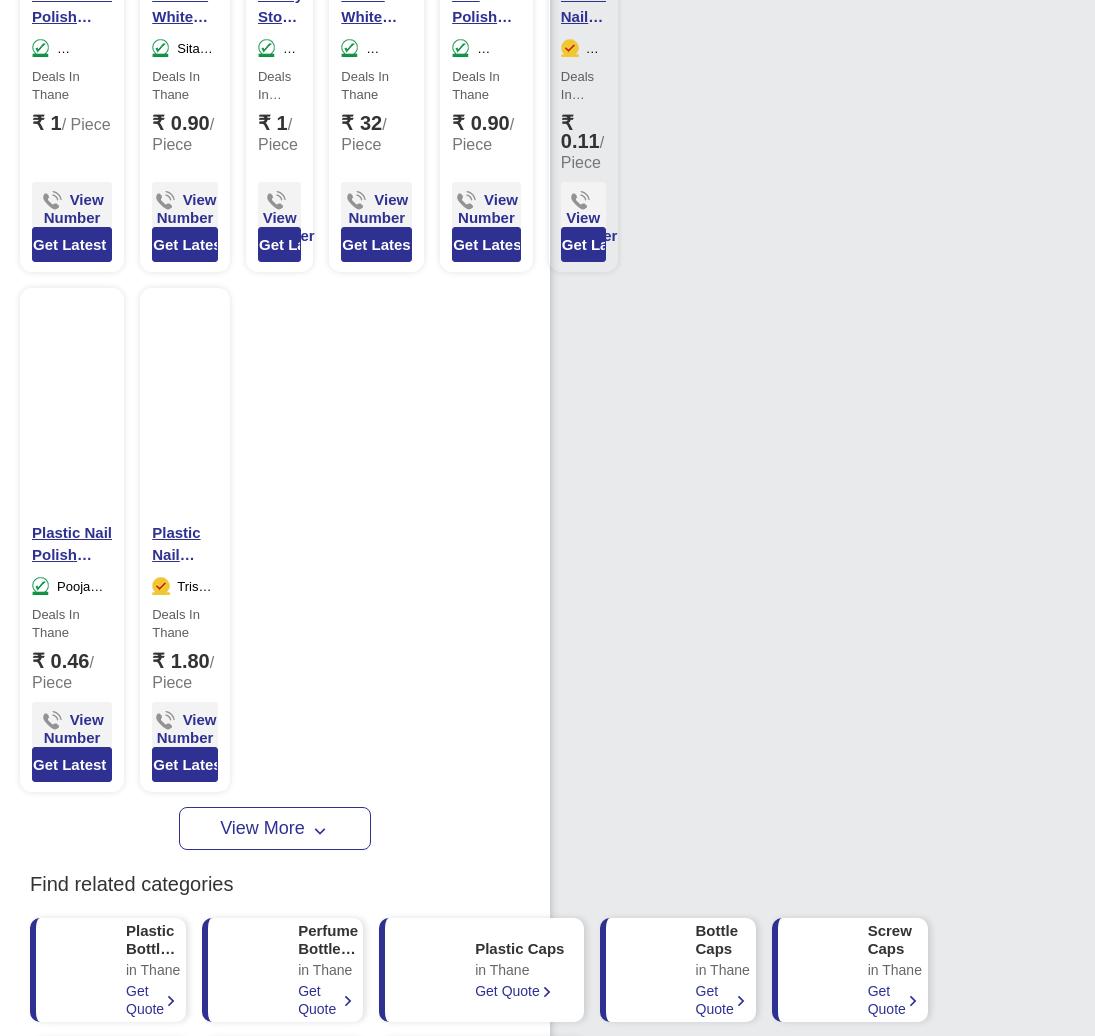 The width and height of the screenshot is (1095, 1036). Describe the element at coordinates (375, 66) in the screenshot. I see `'D.H.Plastics'` at that location.